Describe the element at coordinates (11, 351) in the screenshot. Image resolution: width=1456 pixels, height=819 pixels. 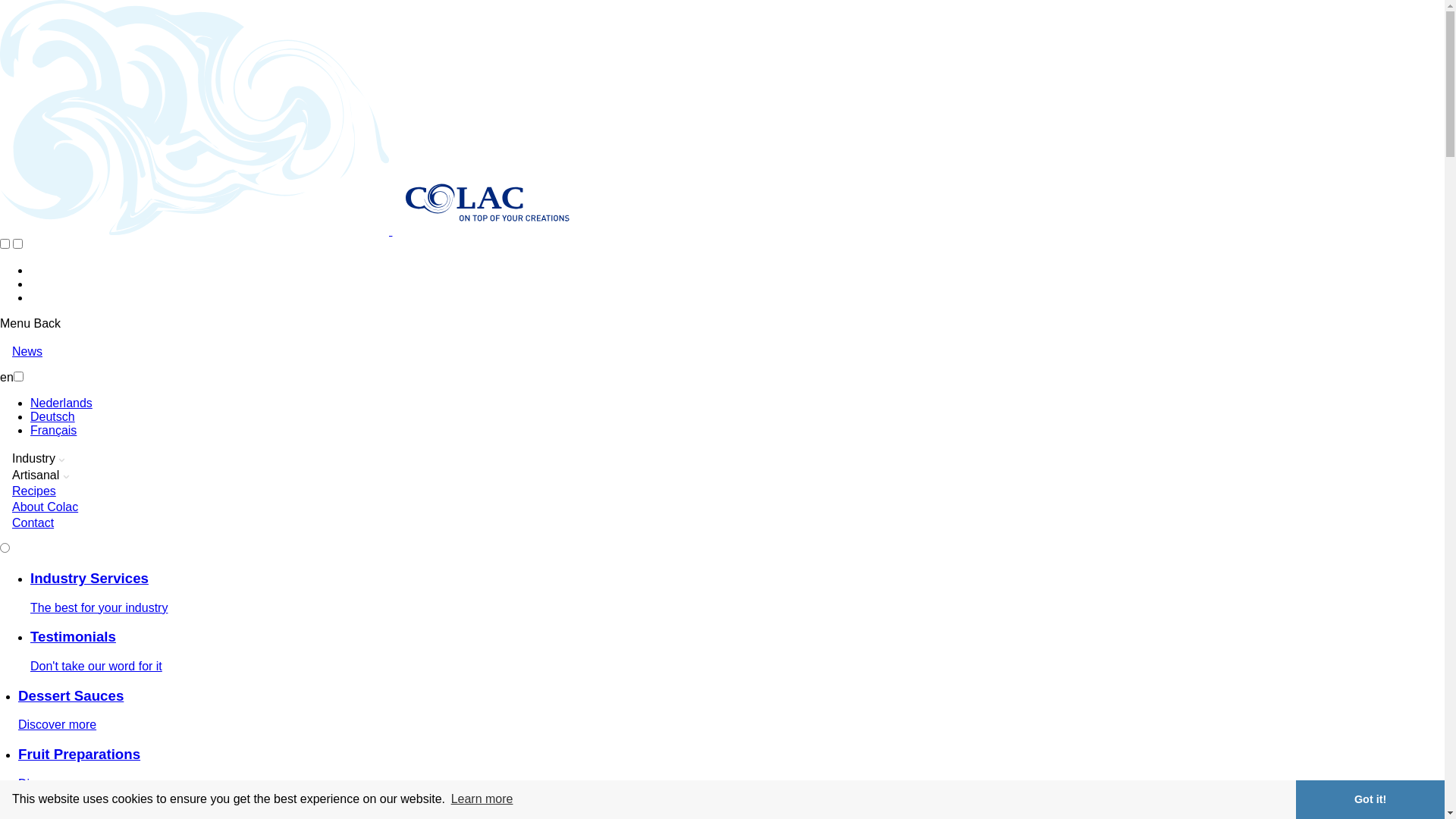
I see `'News'` at that location.